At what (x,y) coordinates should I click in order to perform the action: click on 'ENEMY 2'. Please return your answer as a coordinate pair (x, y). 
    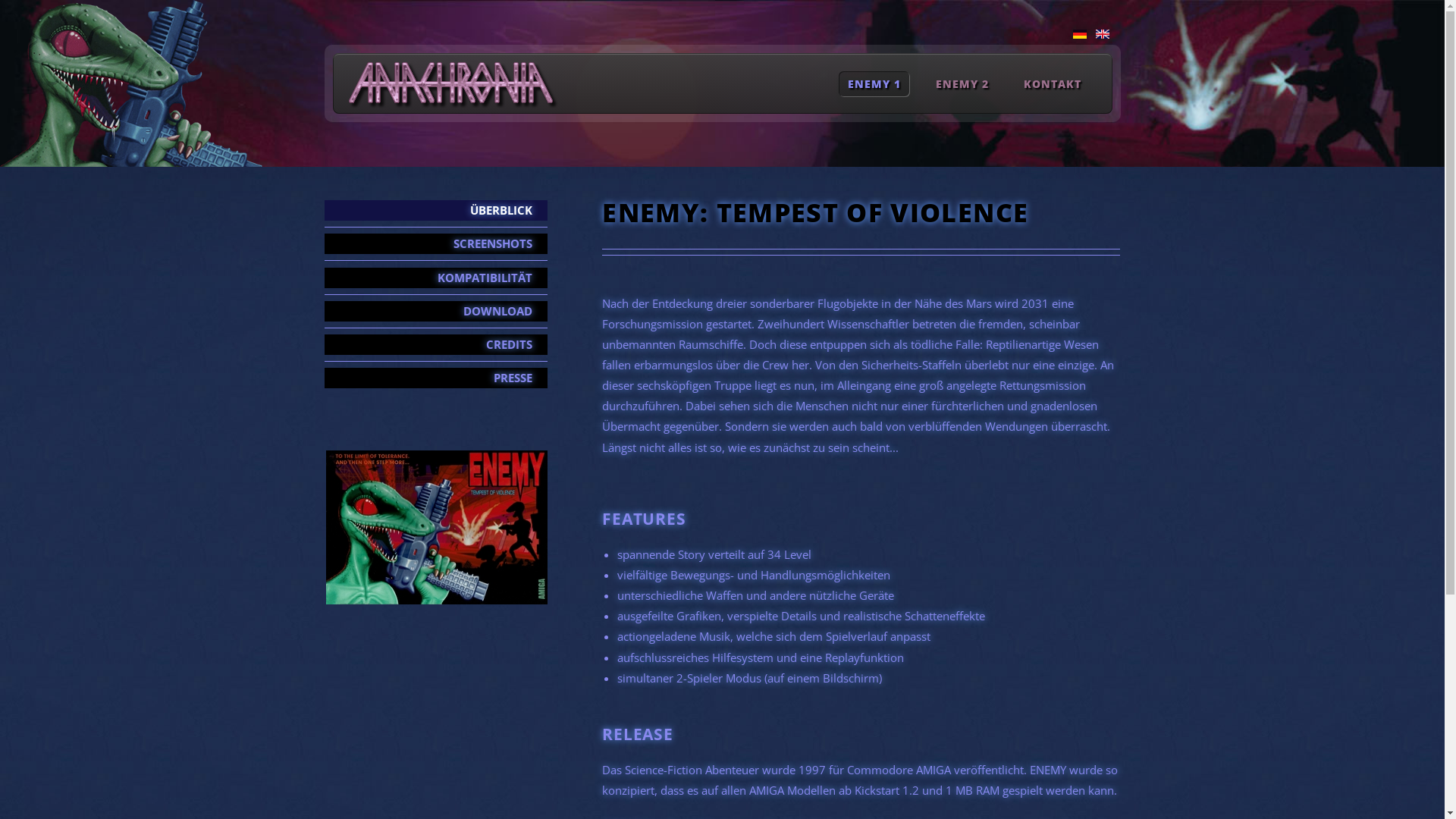
    Looking at the image, I should click on (927, 83).